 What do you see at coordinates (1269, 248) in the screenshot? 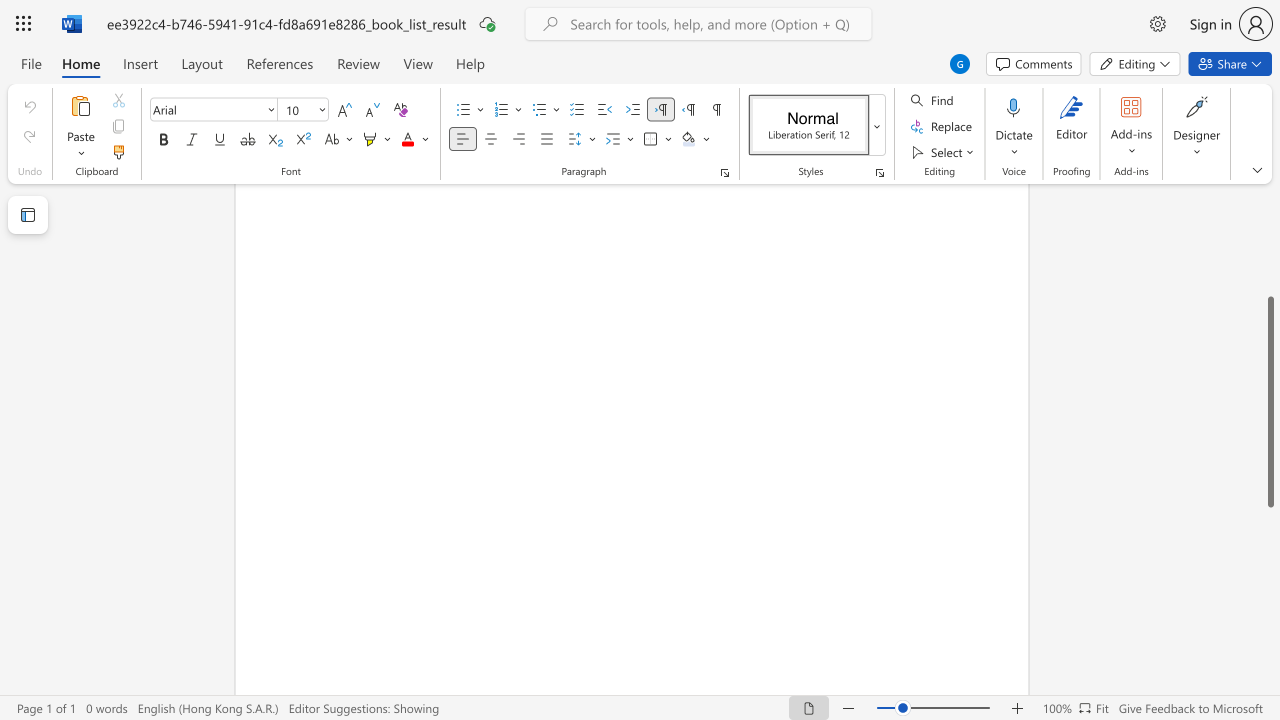
I see `the scrollbar on the right to shift the page higher` at bounding box center [1269, 248].